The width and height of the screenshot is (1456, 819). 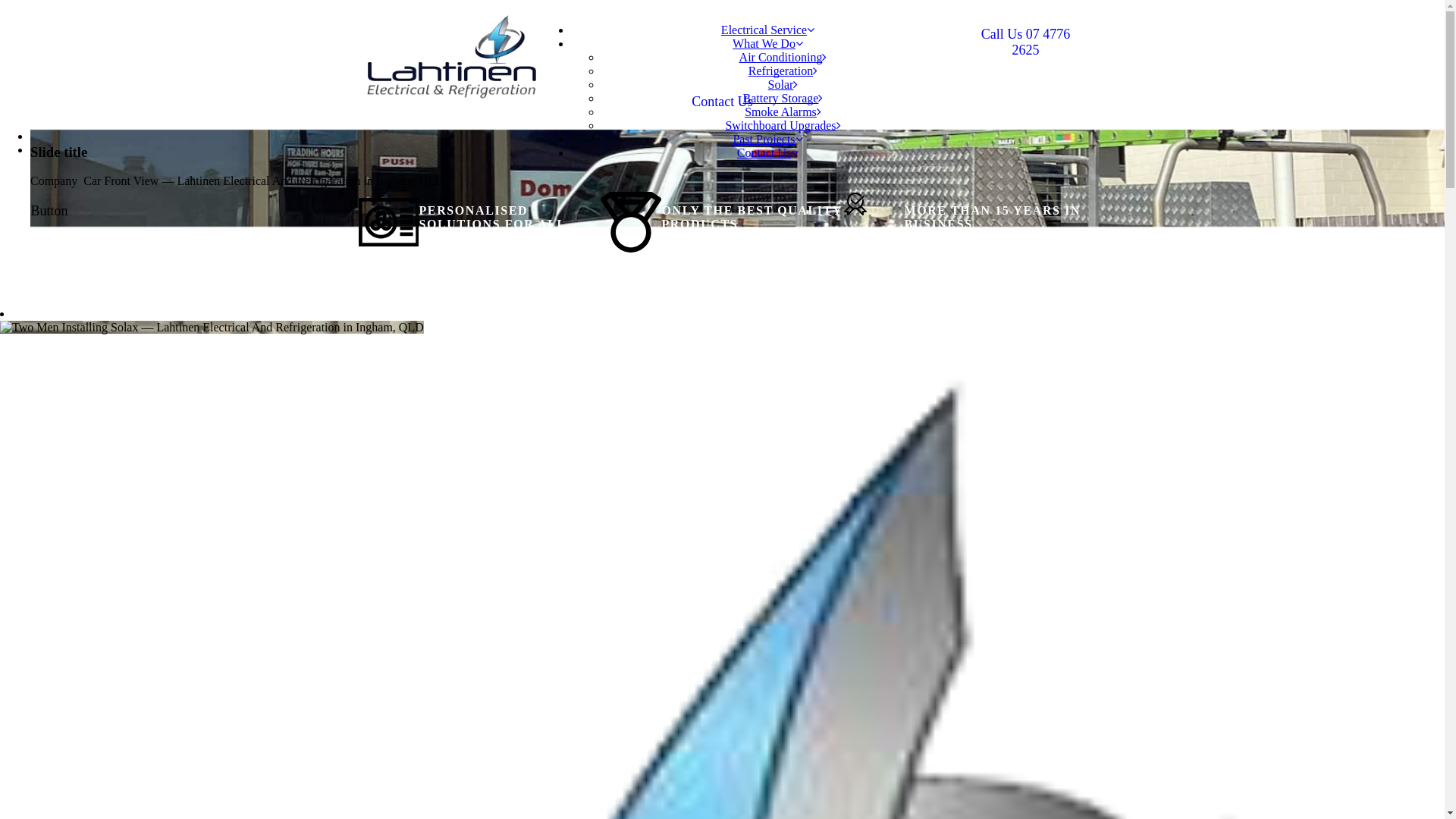 What do you see at coordinates (783, 124) in the screenshot?
I see `'Switchboard Upgrades'` at bounding box center [783, 124].